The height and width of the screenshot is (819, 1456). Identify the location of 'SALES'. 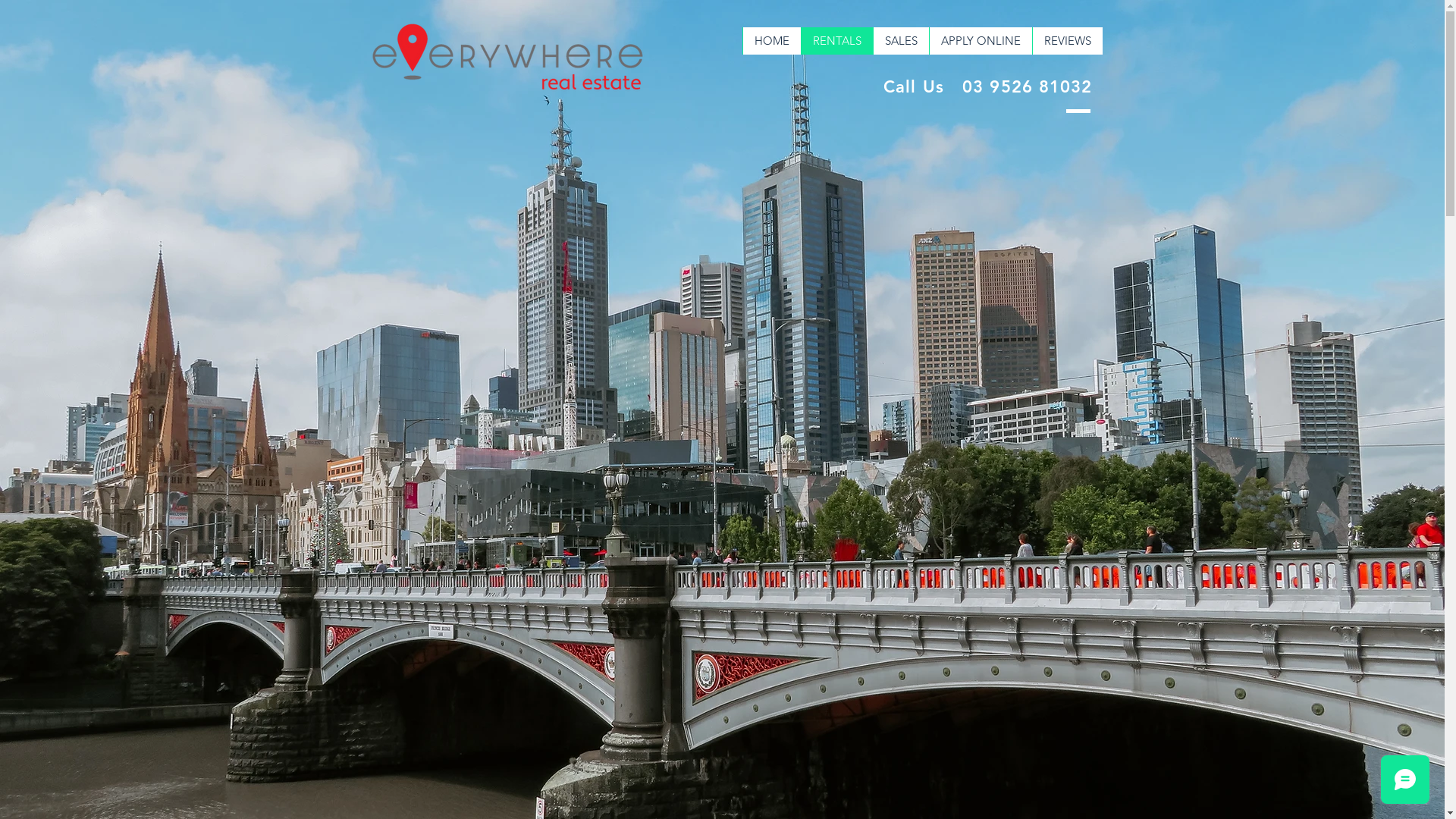
(899, 40).